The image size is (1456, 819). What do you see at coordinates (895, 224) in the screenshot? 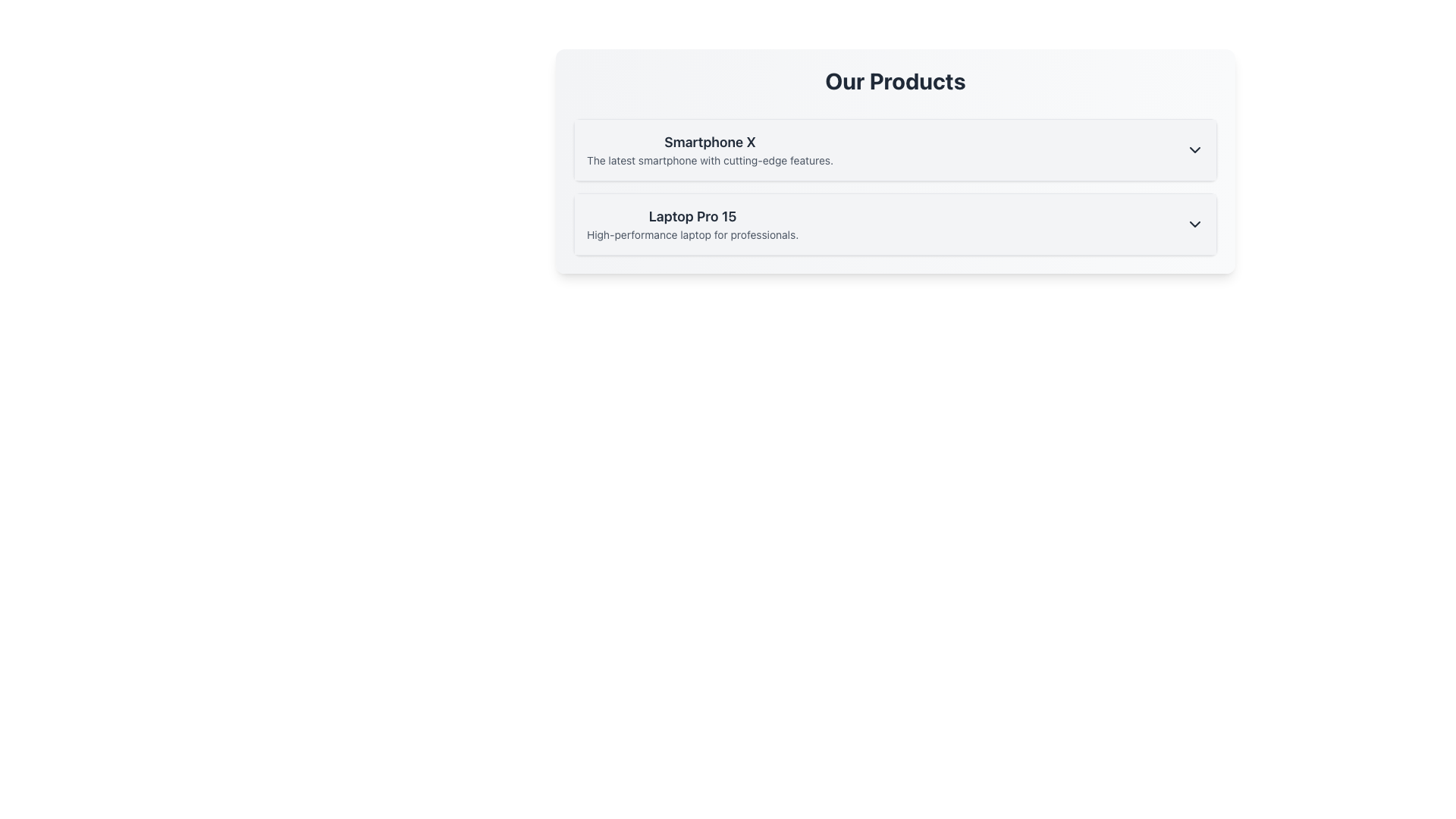
I see `the Clickable List Item with the title 'Laptop Pro 15' and description 'High-performance laptop for professionals.'` at bounding box center [895, 224].